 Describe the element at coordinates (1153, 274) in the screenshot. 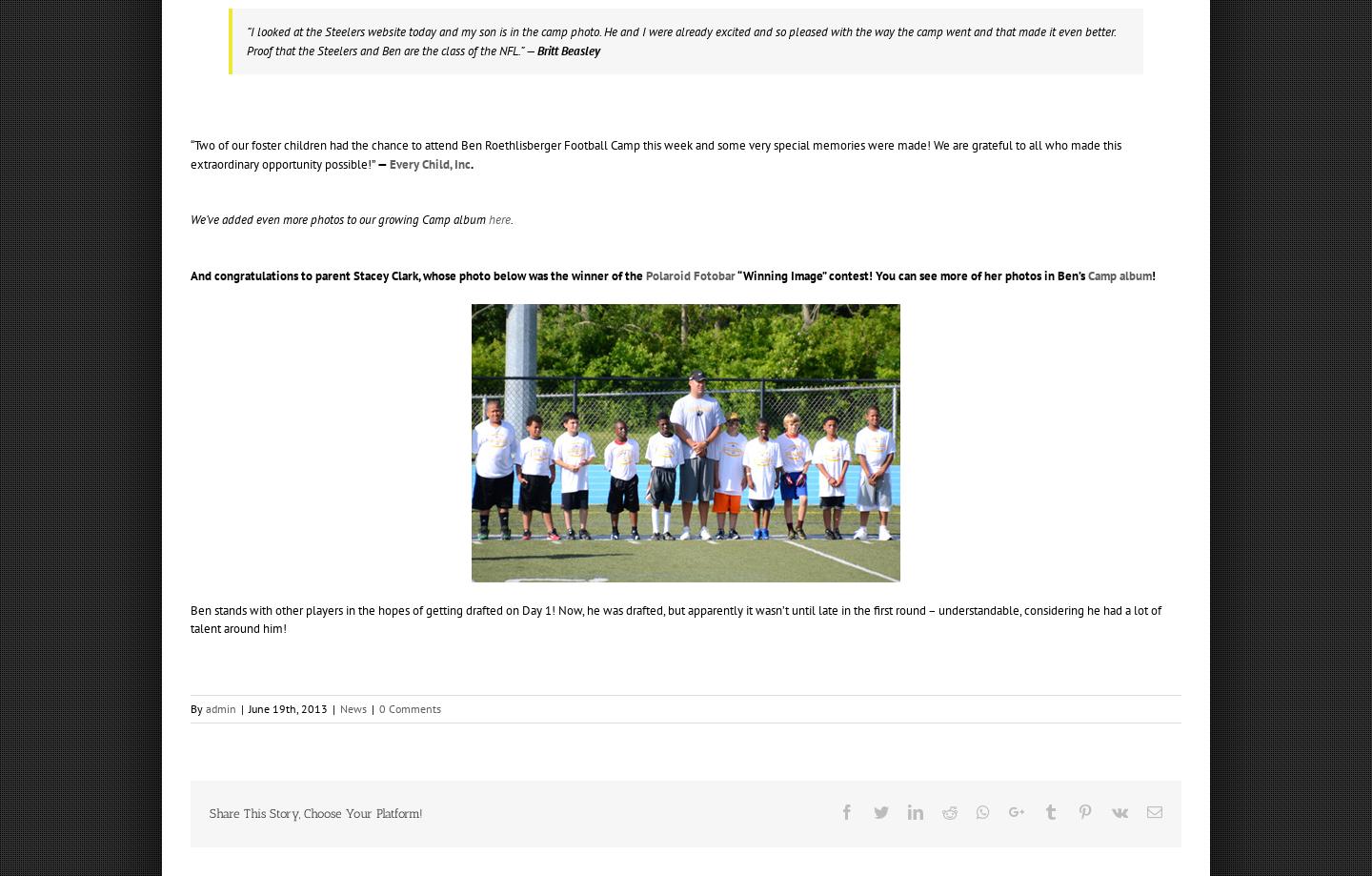

I see `'!'` at that location.